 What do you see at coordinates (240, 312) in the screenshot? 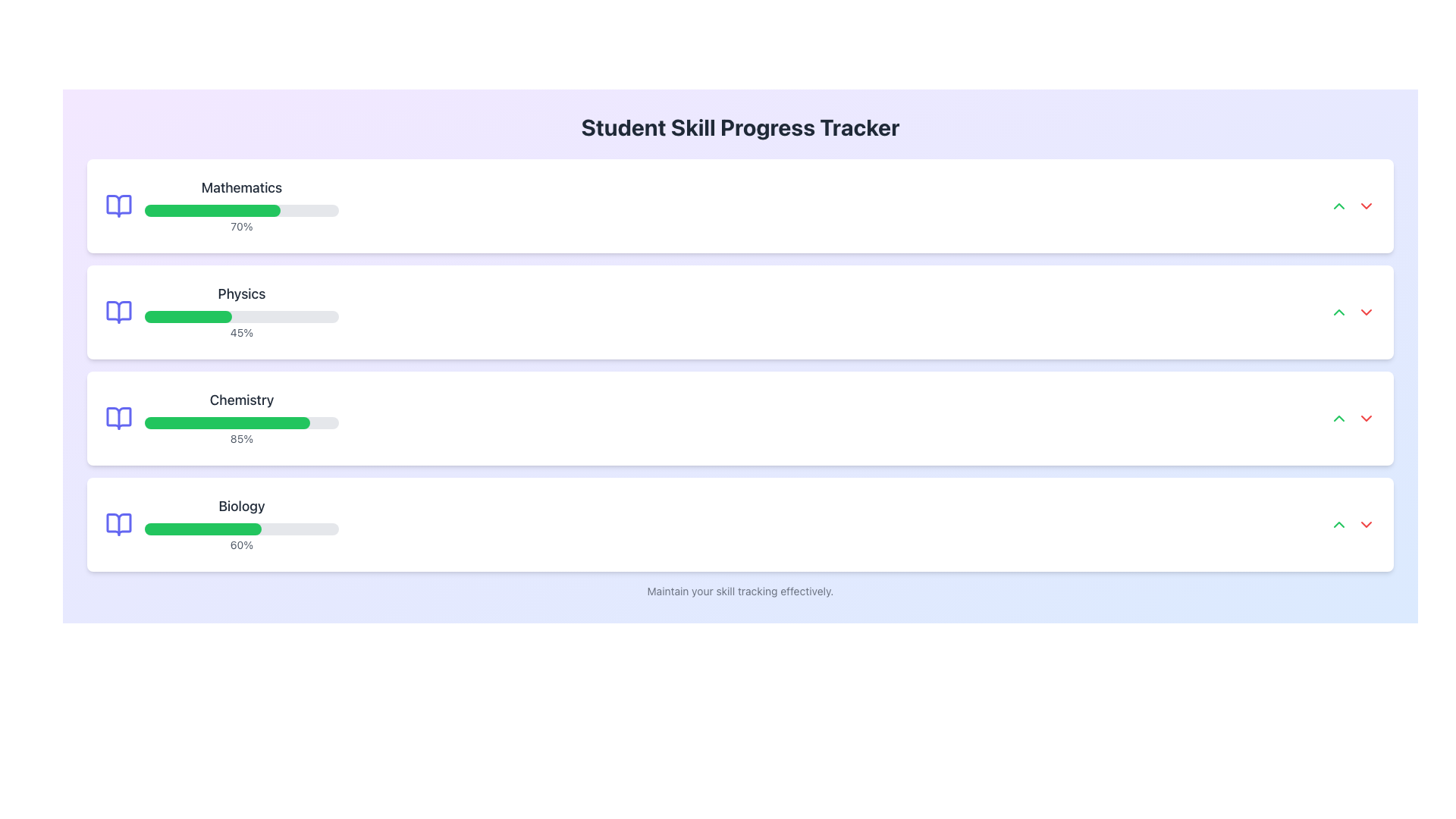
I see `progress percentage displayed below the 'Physics' progress bar in the 'Student Skill Progress Tracker' user interface` at bounding box center [240, 312].